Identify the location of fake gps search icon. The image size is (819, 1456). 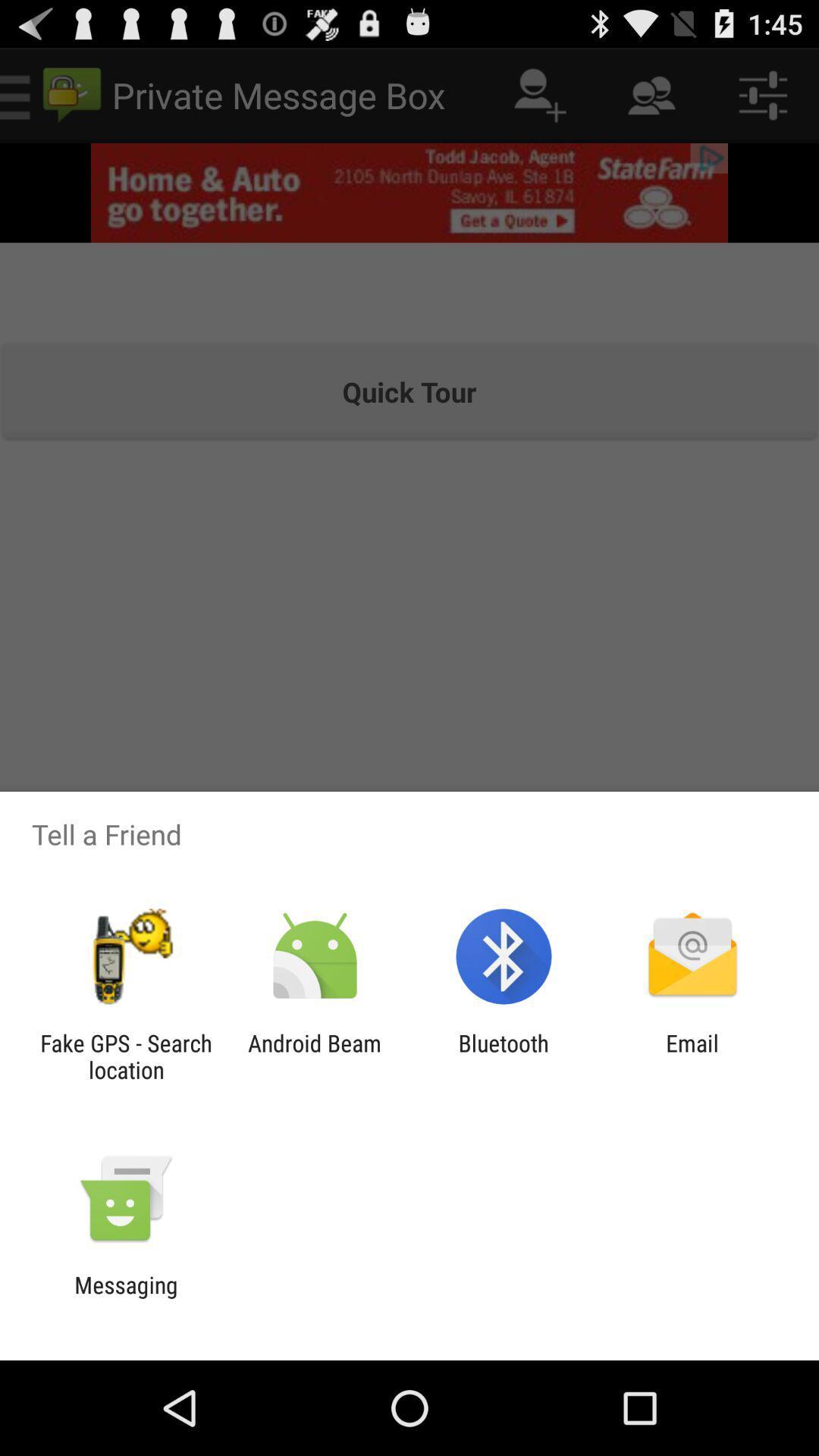
(125, 1056).